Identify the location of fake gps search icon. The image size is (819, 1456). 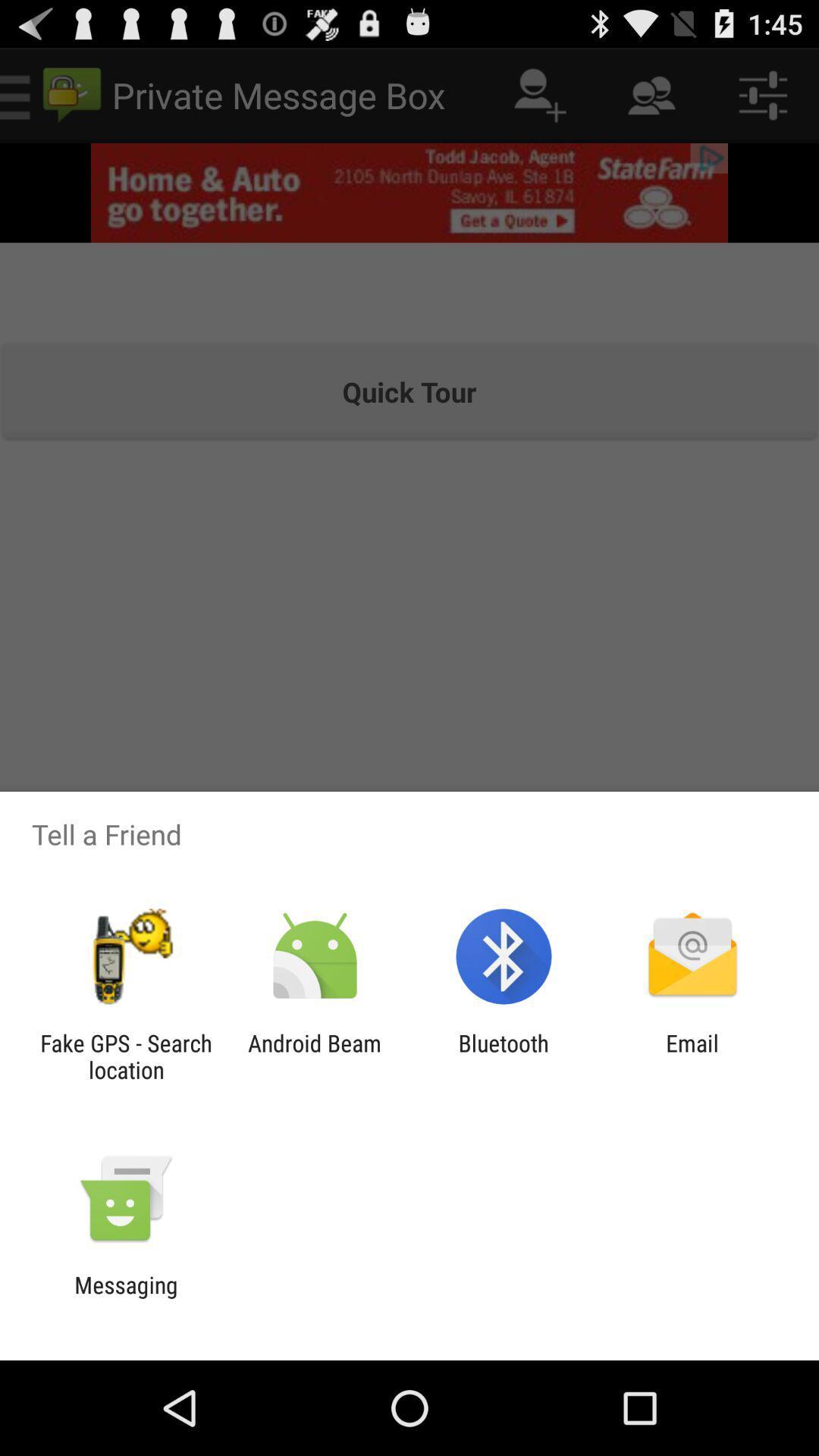
(125, 1056).